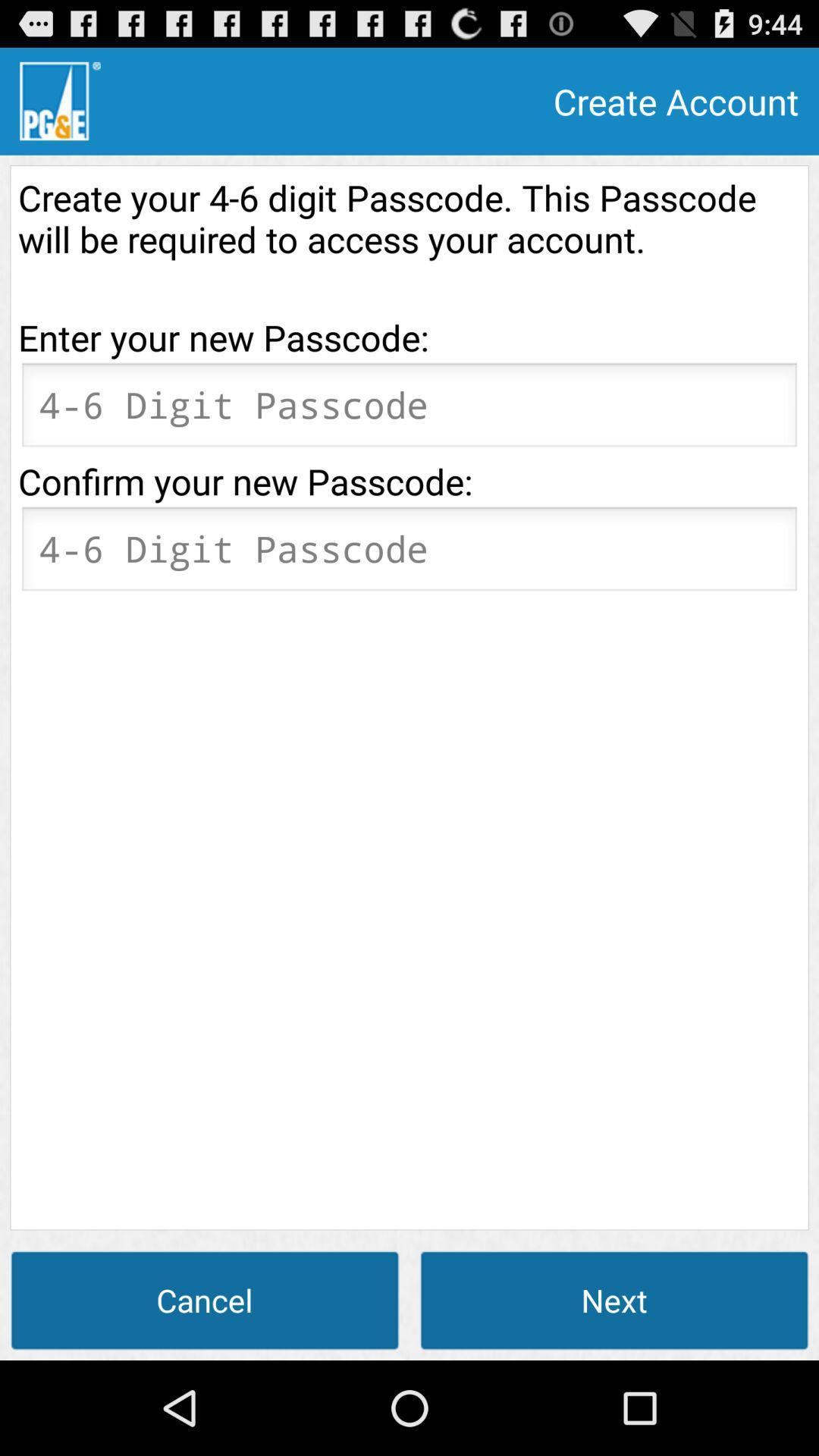 The width and height of the screenshot is (819, 1456). I want to click on the next at the bottom right corner, so click(614, 1299).